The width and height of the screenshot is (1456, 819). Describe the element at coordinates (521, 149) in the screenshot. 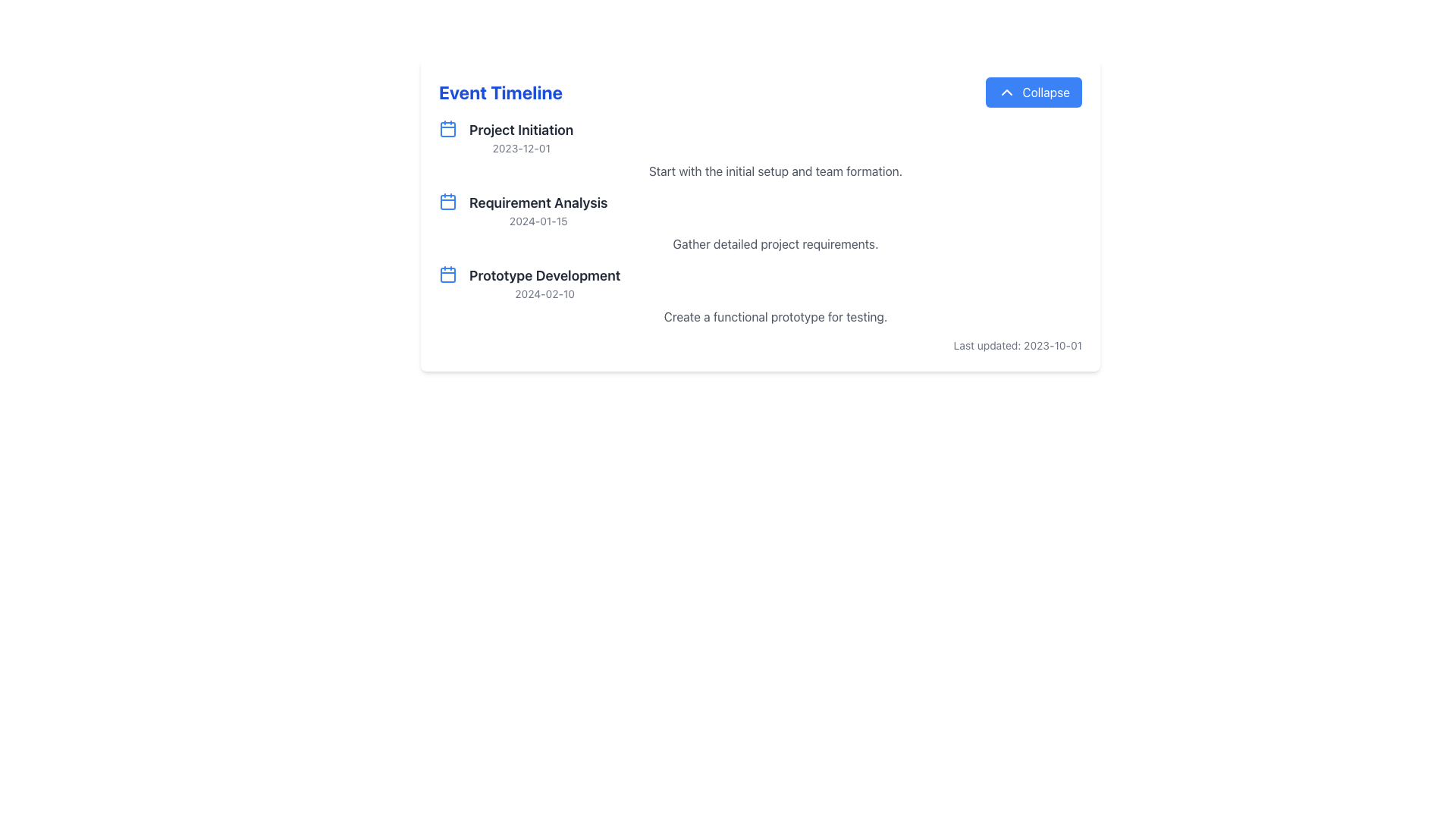

I see `date displayed in the text label element beneath 'Project Initiation', which shows '2023-12-01'` at that location.